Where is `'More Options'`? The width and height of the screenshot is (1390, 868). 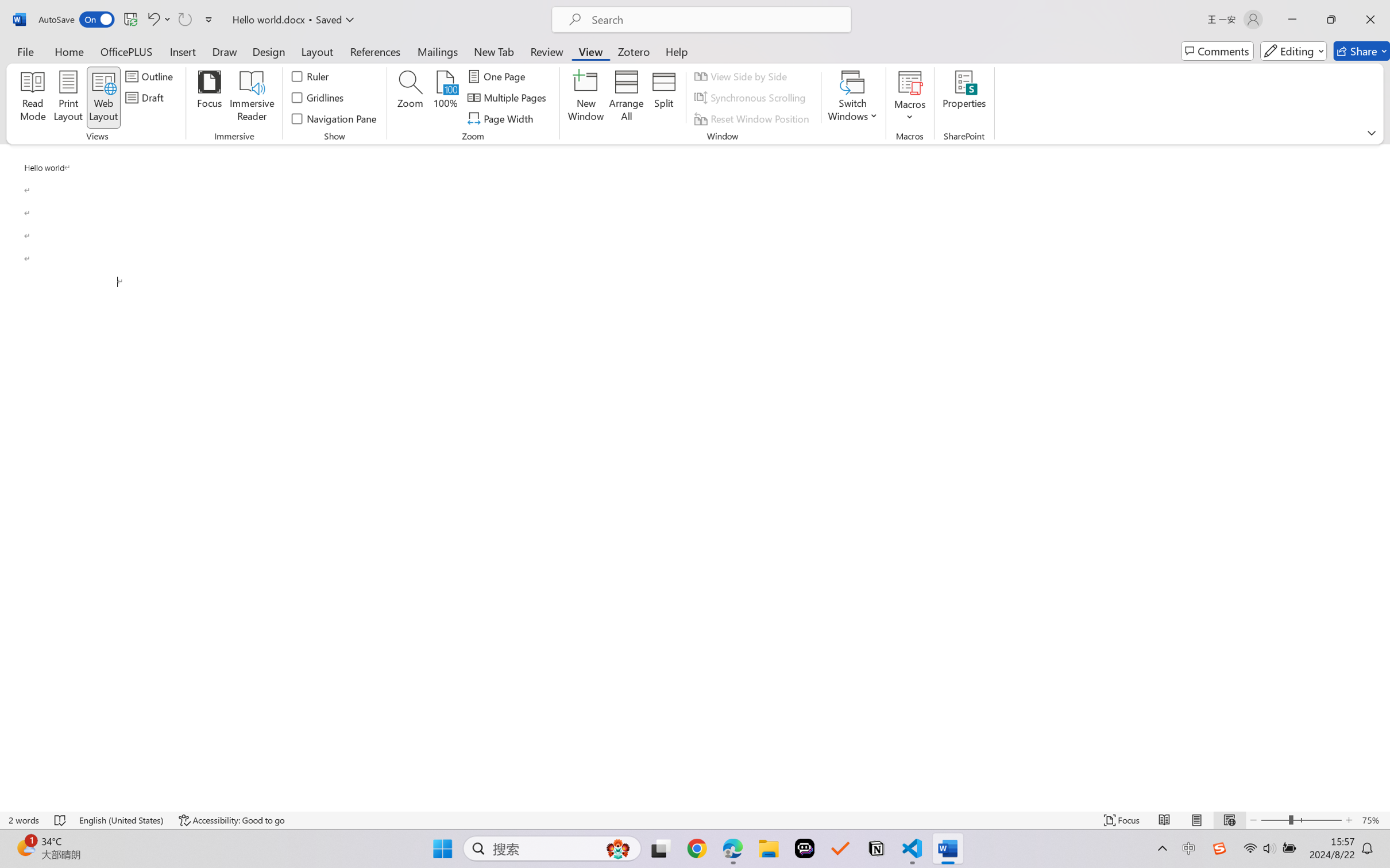 'More Options' is located at coordinates (909, 113).